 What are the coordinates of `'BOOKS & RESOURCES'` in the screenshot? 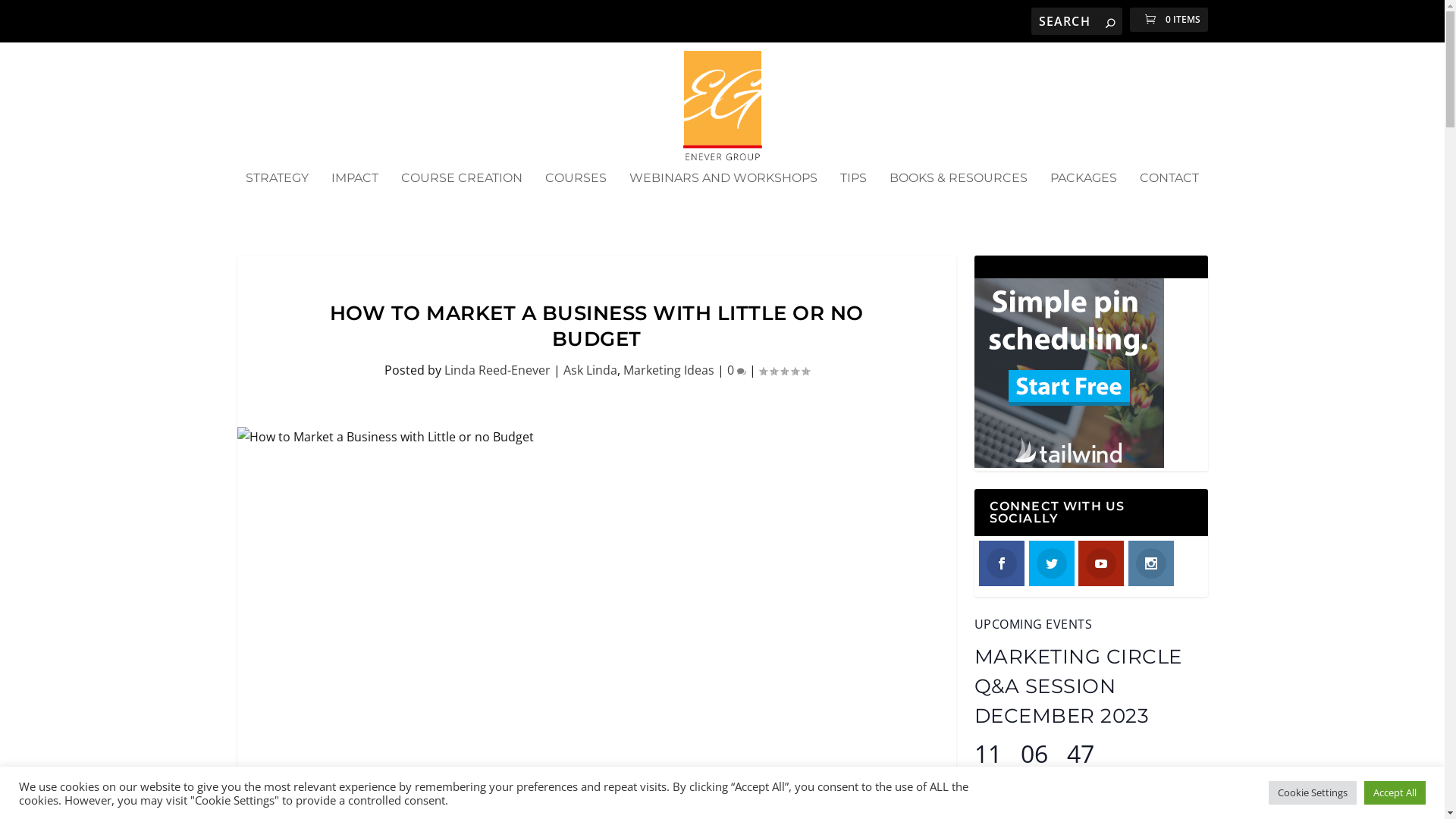 It's located at (957, 198).